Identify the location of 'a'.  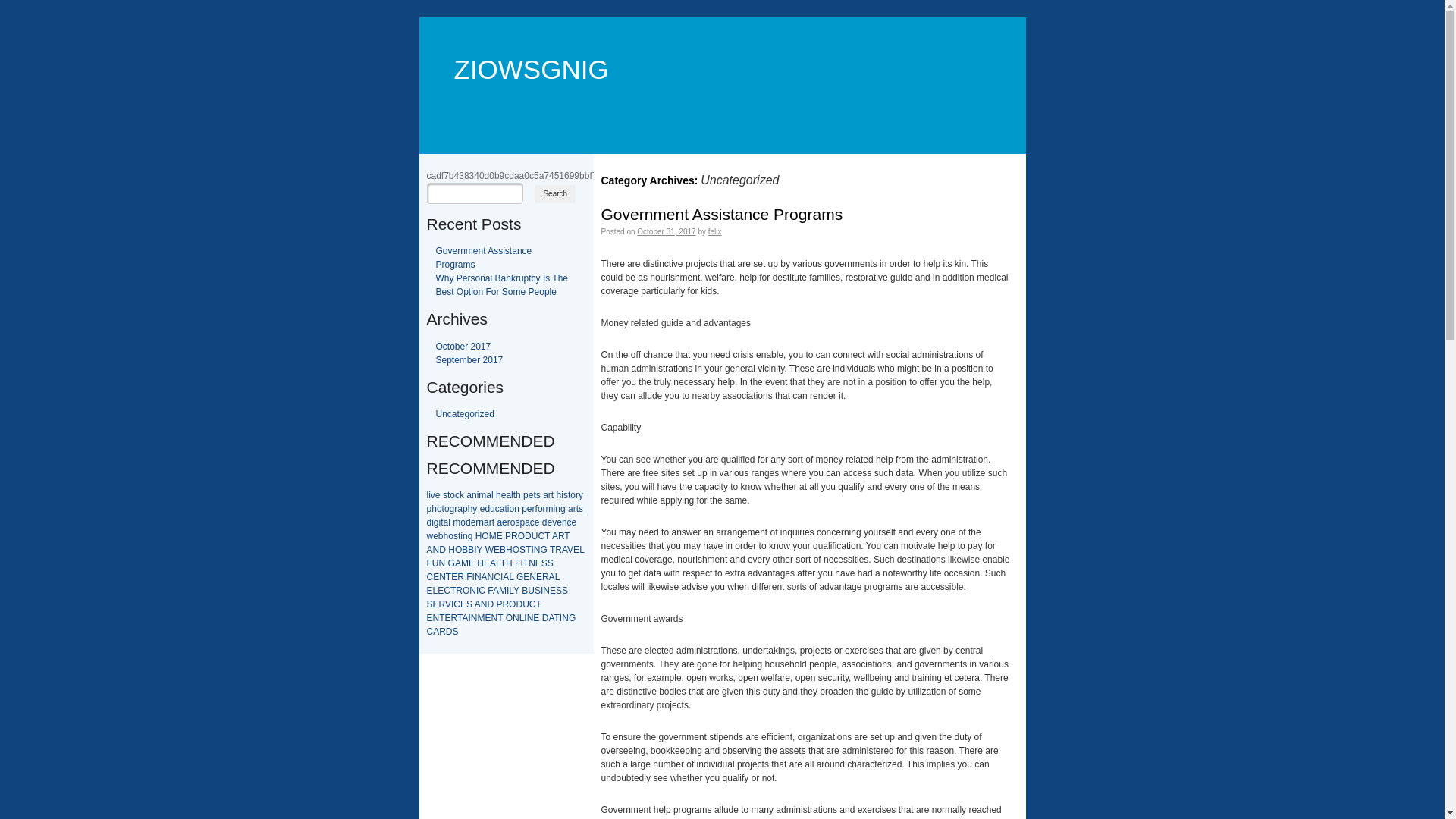
(502, 509).